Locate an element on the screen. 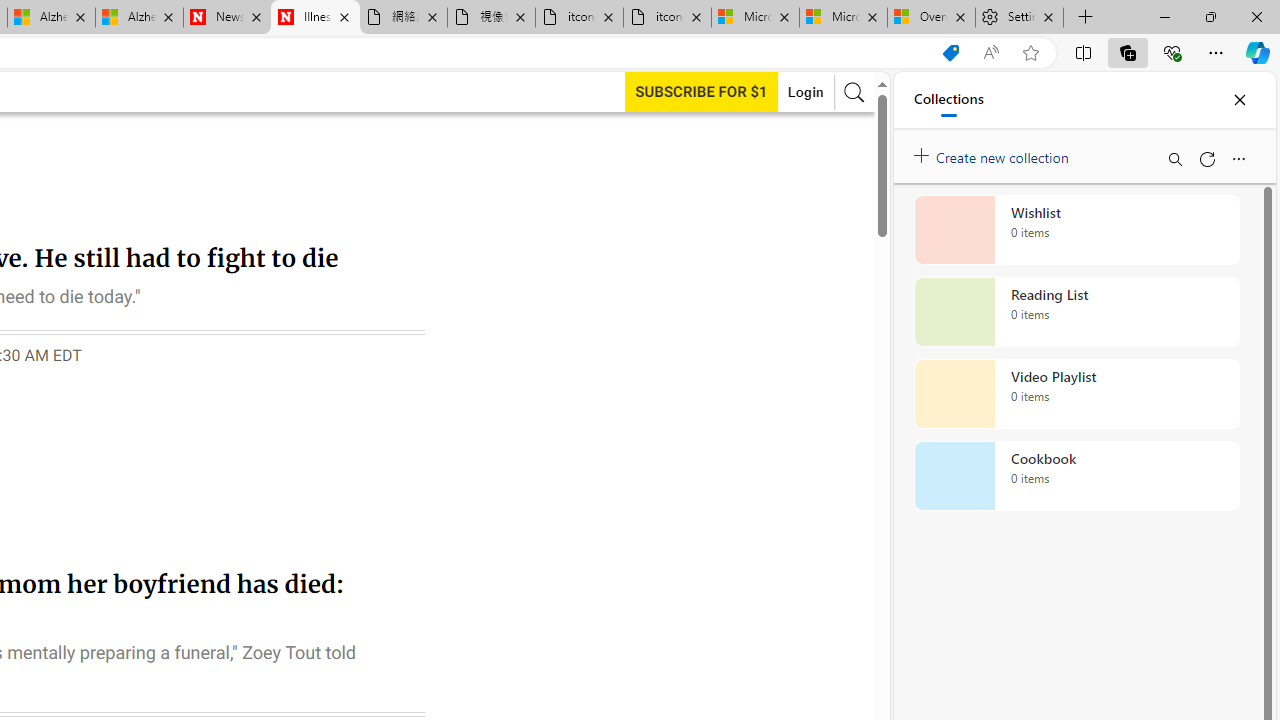  'Create new collection' is located at coordinates (995, 152).